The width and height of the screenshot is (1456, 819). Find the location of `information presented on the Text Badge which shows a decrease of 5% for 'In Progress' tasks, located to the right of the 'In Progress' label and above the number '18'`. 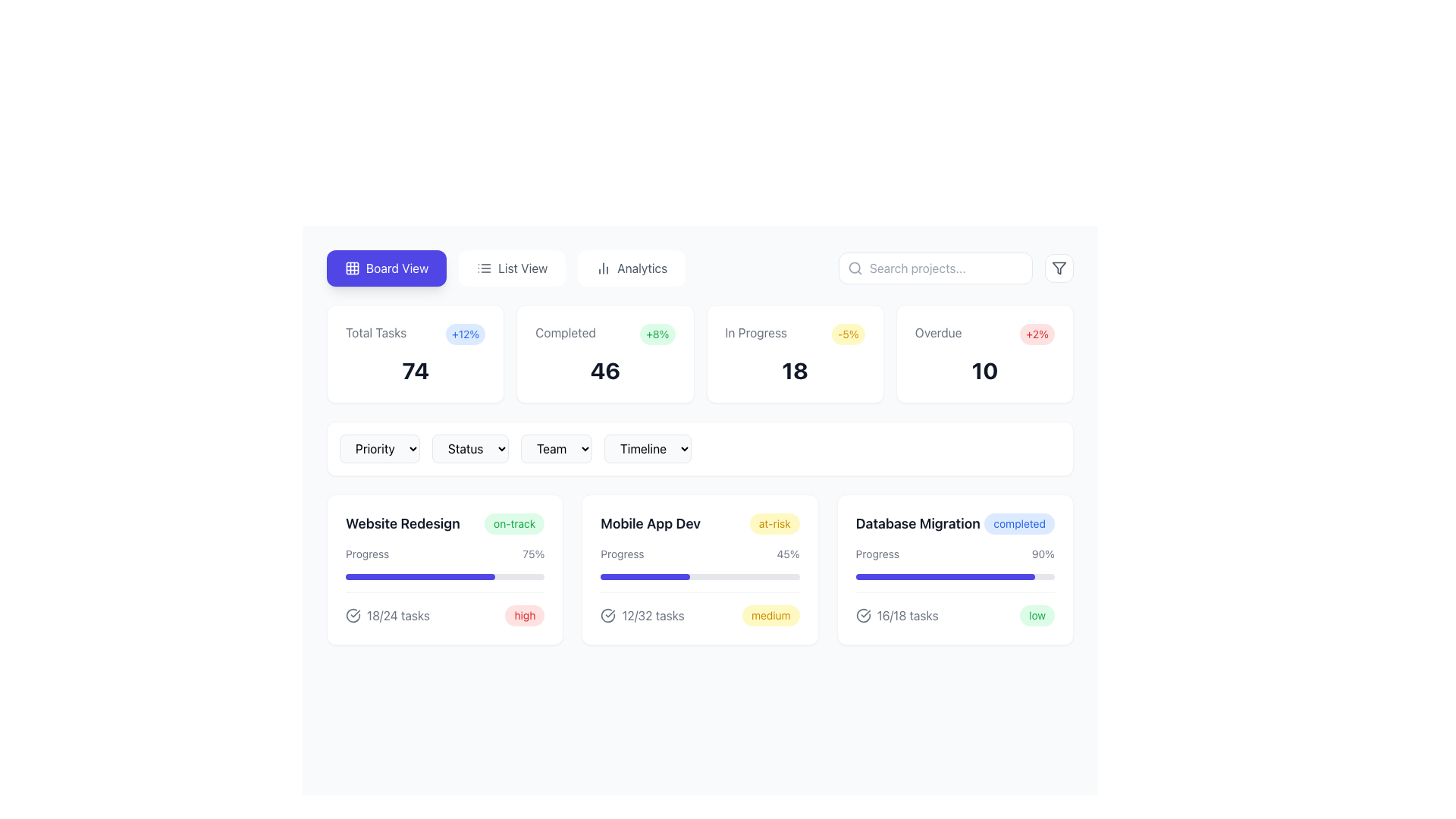

information presented on the Text Badge which shows a decrease of 5% for 'In Progress' tasks, located to the right of the 'In Progress' label and above the number '18' is located at coordinates (847, 333).